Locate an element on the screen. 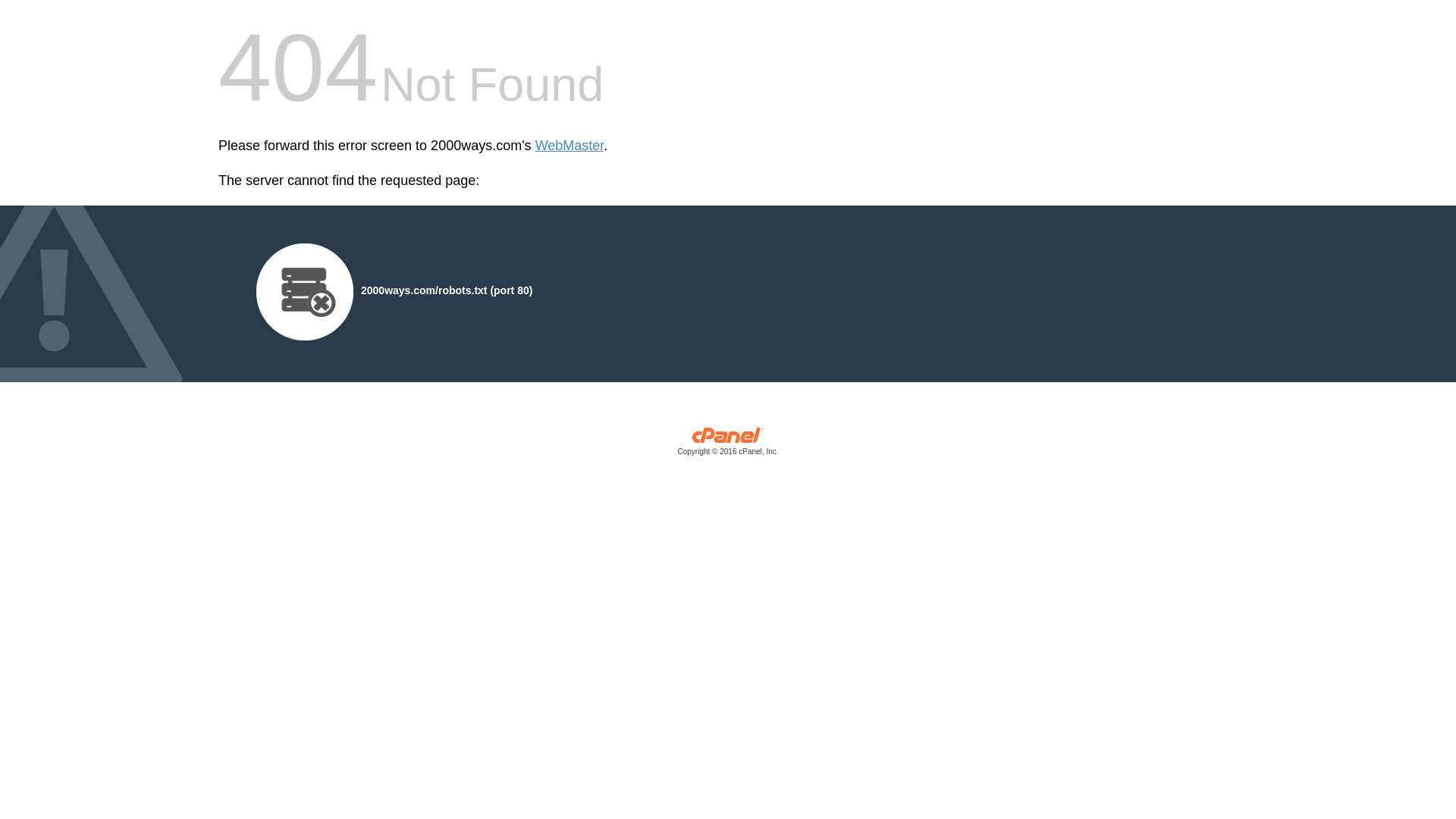 The height and width of the screenshot is (819, 1456). 'WebMaster' is located at coordinates (569, 146).